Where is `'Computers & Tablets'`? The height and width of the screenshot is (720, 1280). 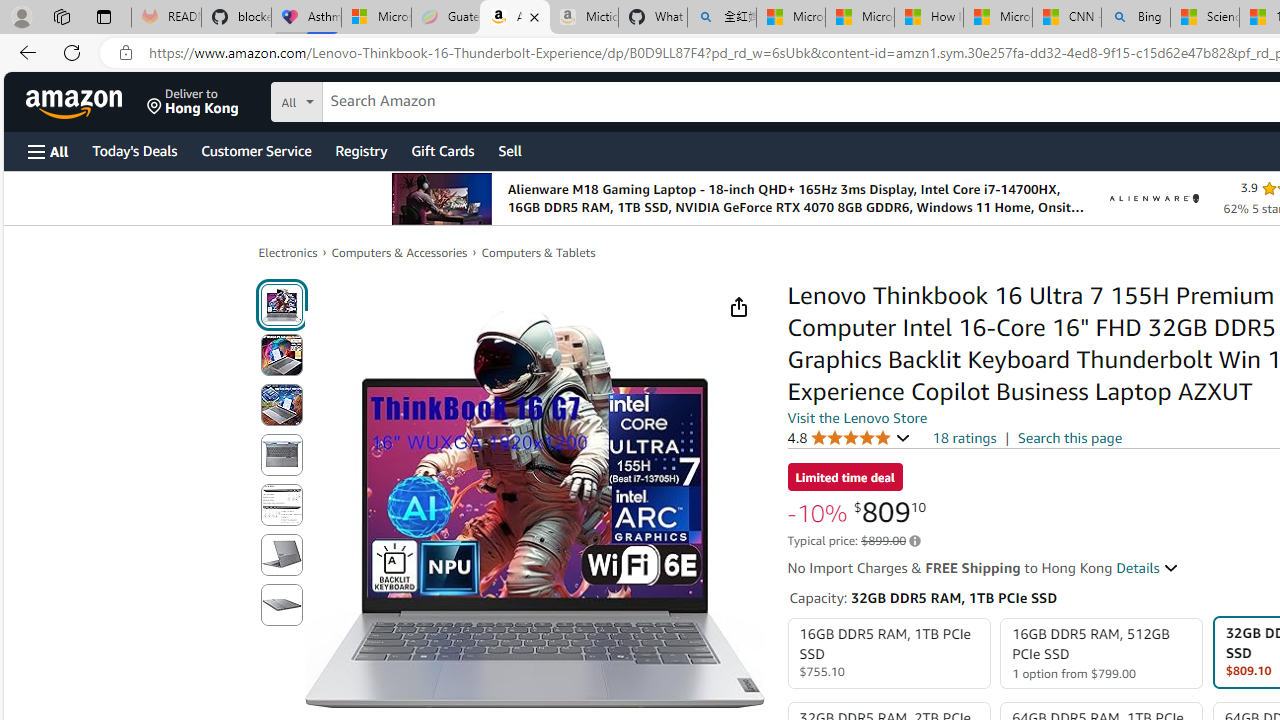
'Computers & Tablets' is located at coordinates (538, 251).